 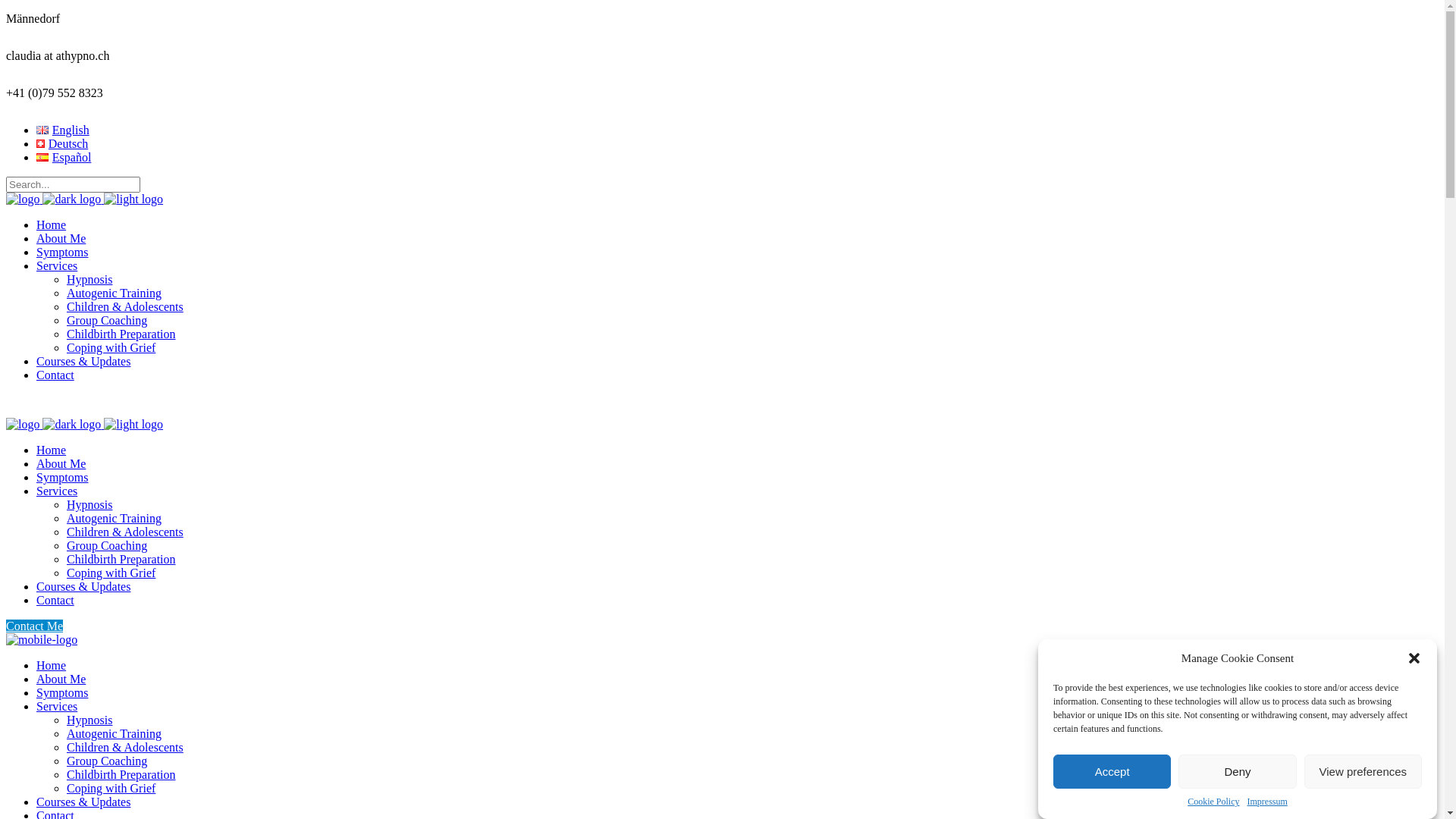 I want to click on 'Coping with Grief', so click(x=110, y=787).